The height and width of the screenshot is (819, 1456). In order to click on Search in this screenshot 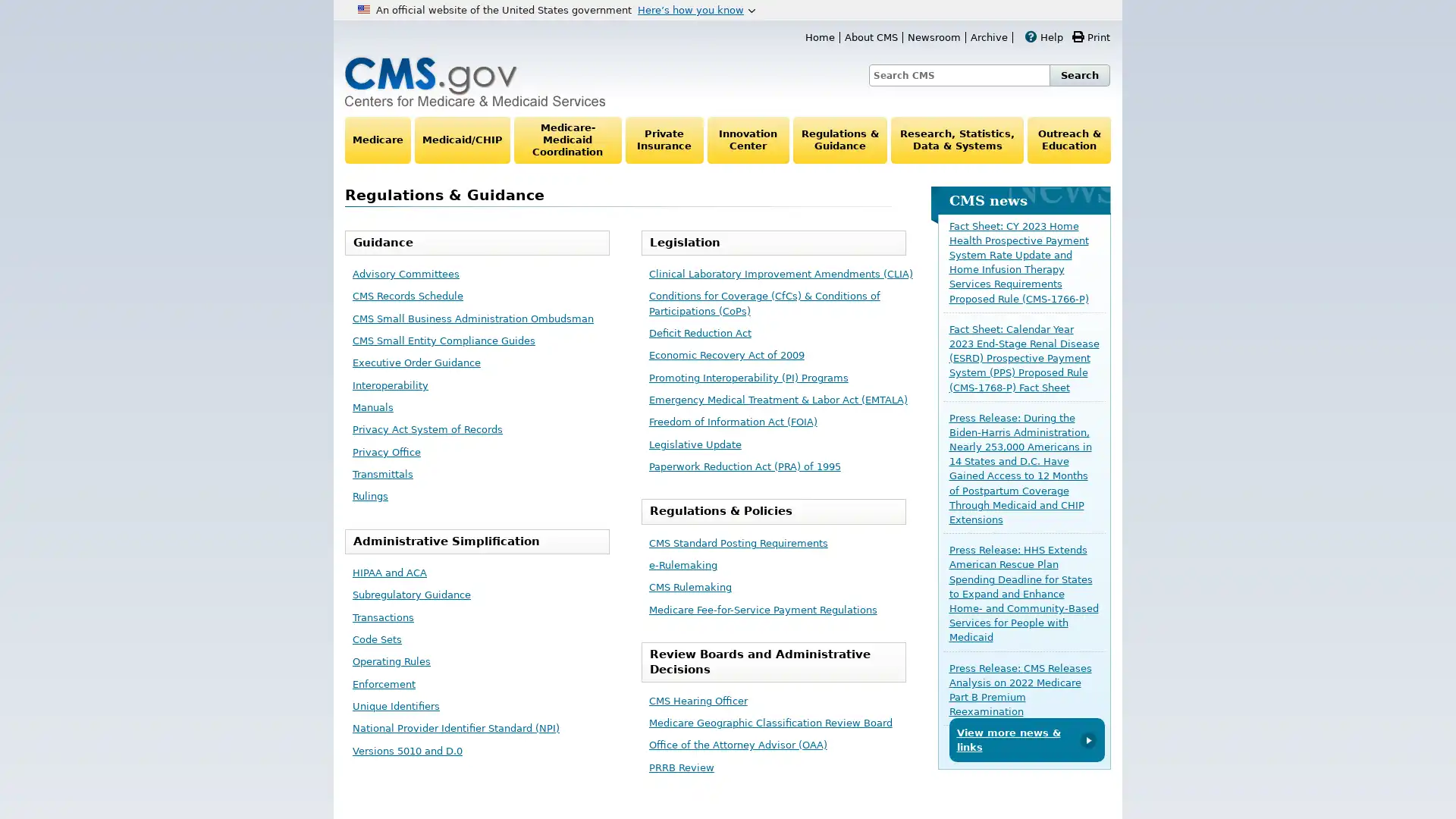, I will do `click(1079, 75)`.